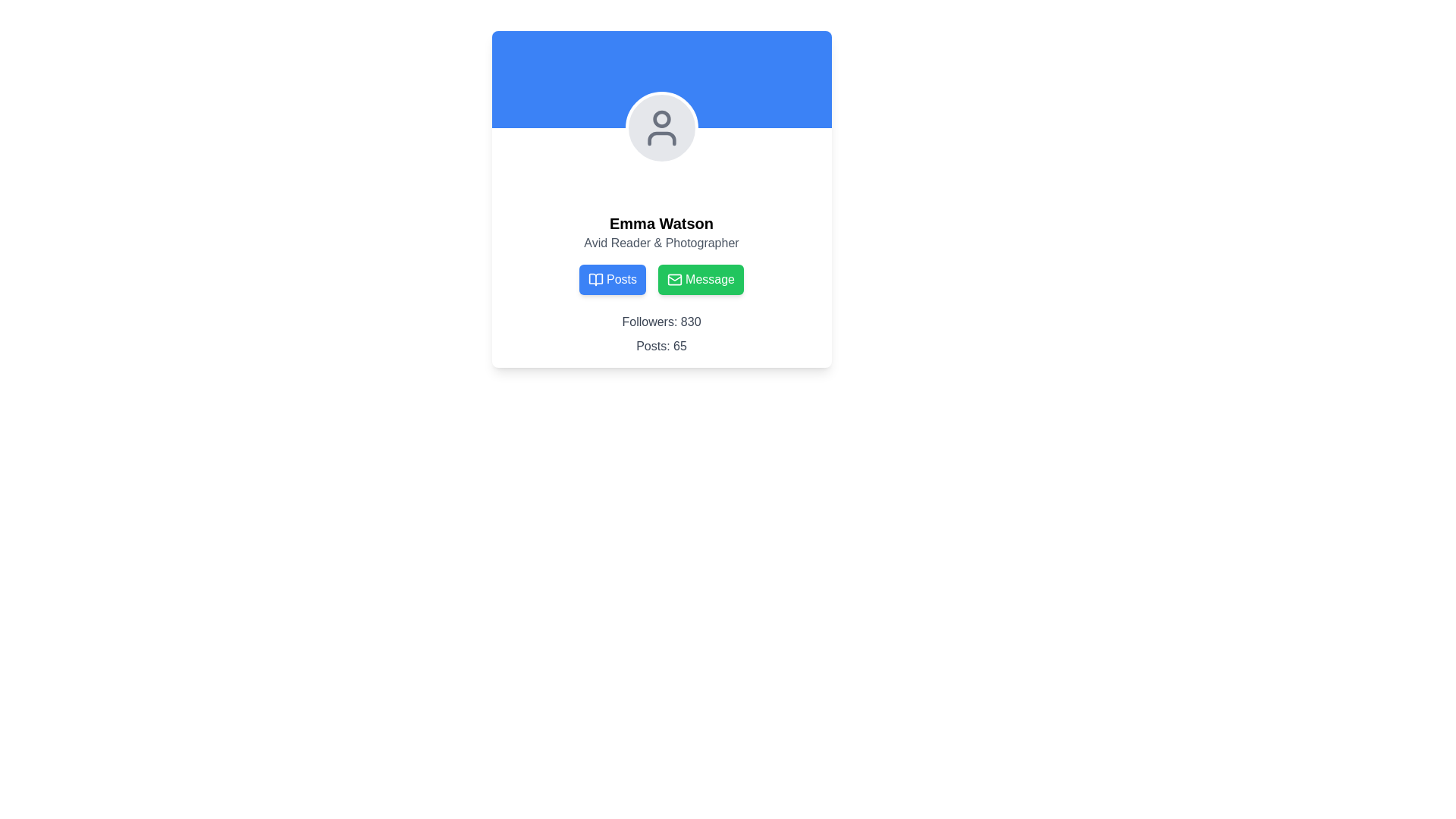 Image resolution: width=1456 pixels, height=819 pixels. Describe the element at coordinates (595, 280) in the screenshot. I see `the 'Posts' button, which is the leftmost button with a blue background and rounded corners located below the user's name and title in the profile section` at that location.